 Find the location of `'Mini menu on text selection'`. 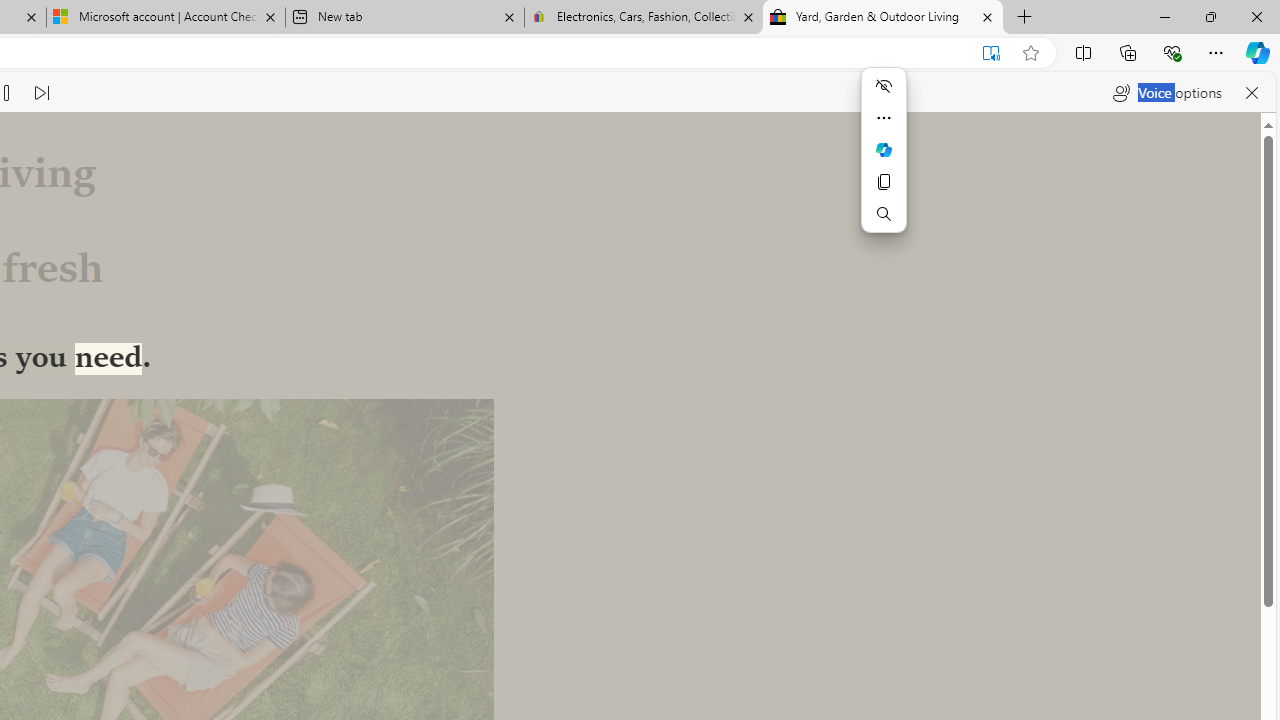

'Mini menu on text selection' is located at coordinates (882, 148).